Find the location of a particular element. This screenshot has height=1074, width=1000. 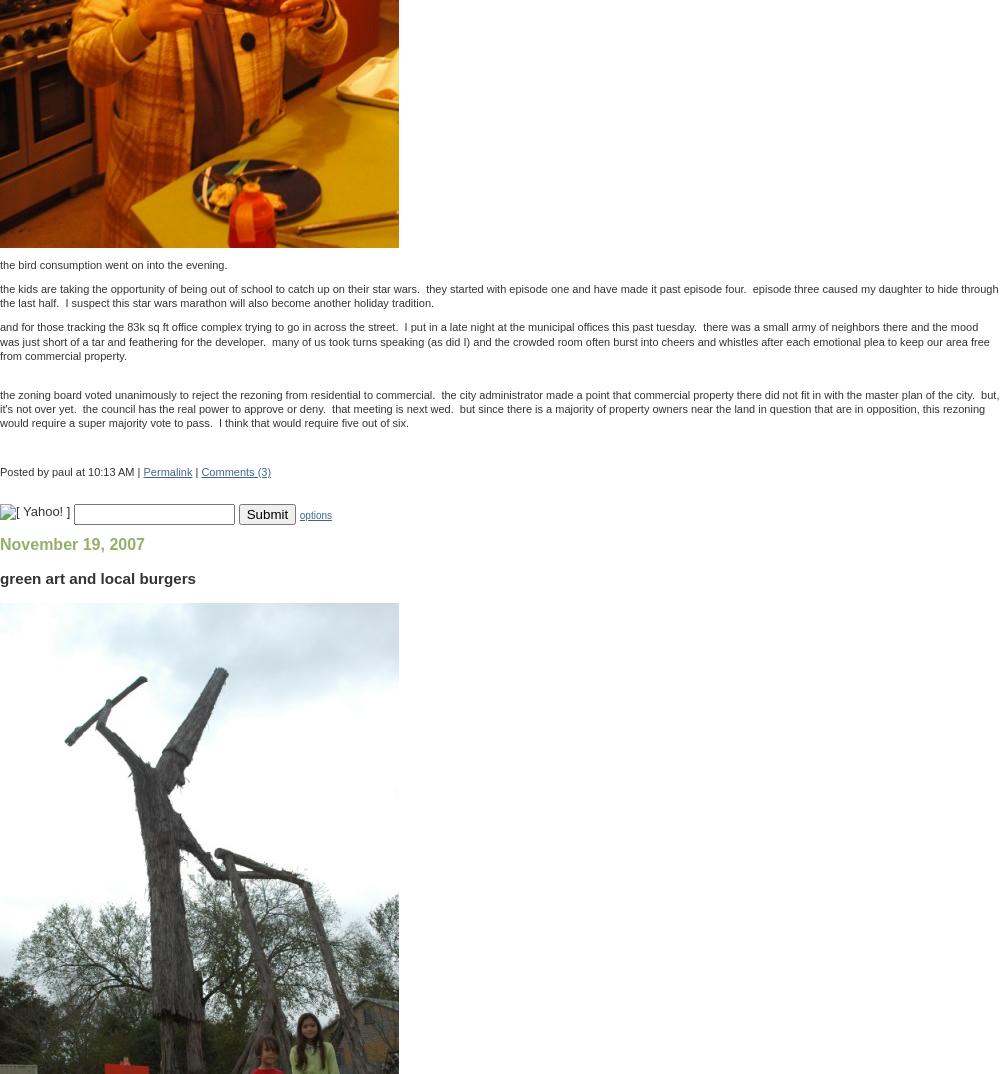

'Posted by paul at 10:13 AM' is located at coordinates (66, 469).